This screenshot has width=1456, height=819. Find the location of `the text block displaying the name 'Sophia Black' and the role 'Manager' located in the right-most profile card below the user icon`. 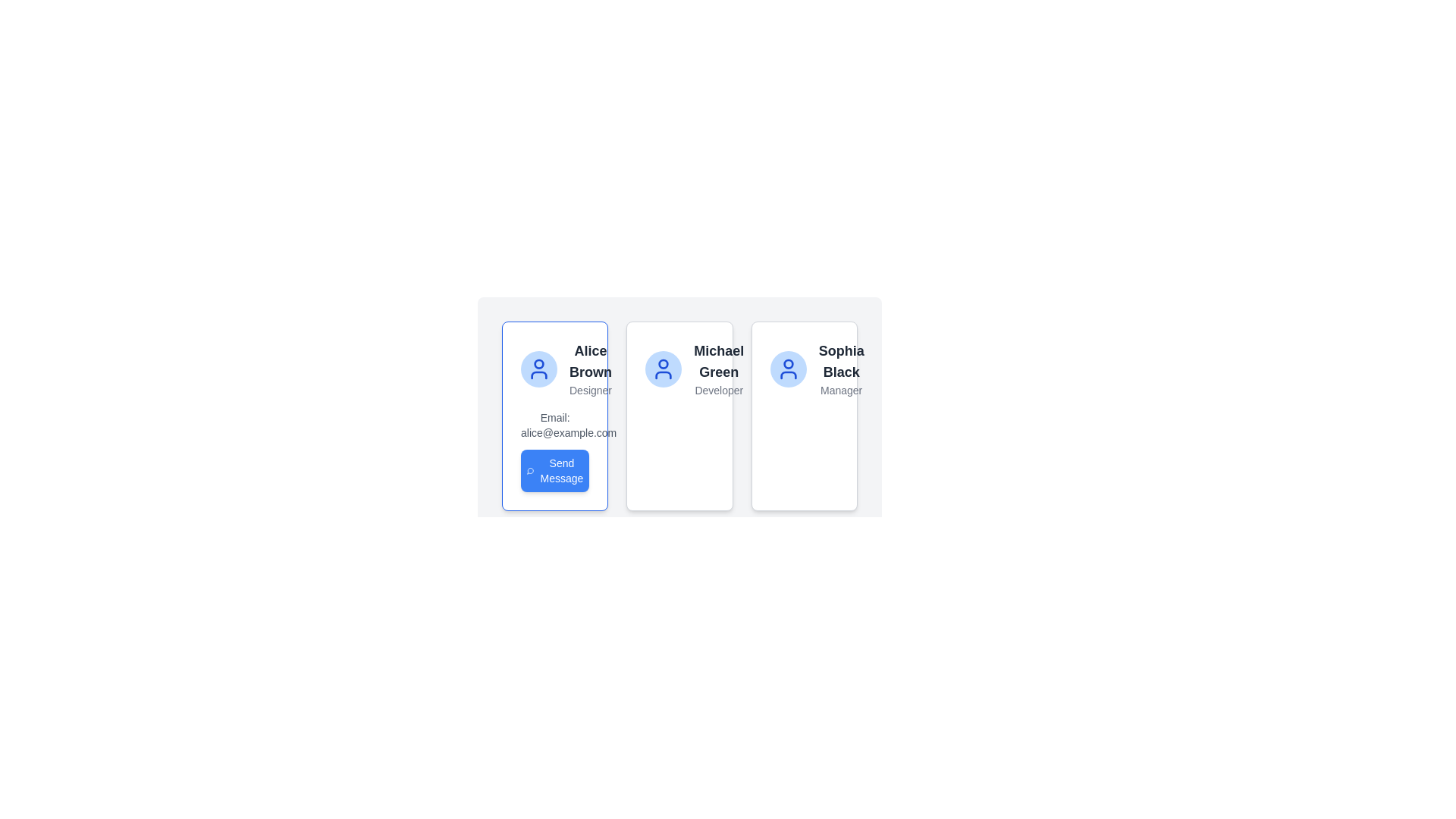

the text block displaying the name 'Sophia Black' and the role 'Manager' located in the right-most profile card below the user icon is located at coordinates (840, 369).